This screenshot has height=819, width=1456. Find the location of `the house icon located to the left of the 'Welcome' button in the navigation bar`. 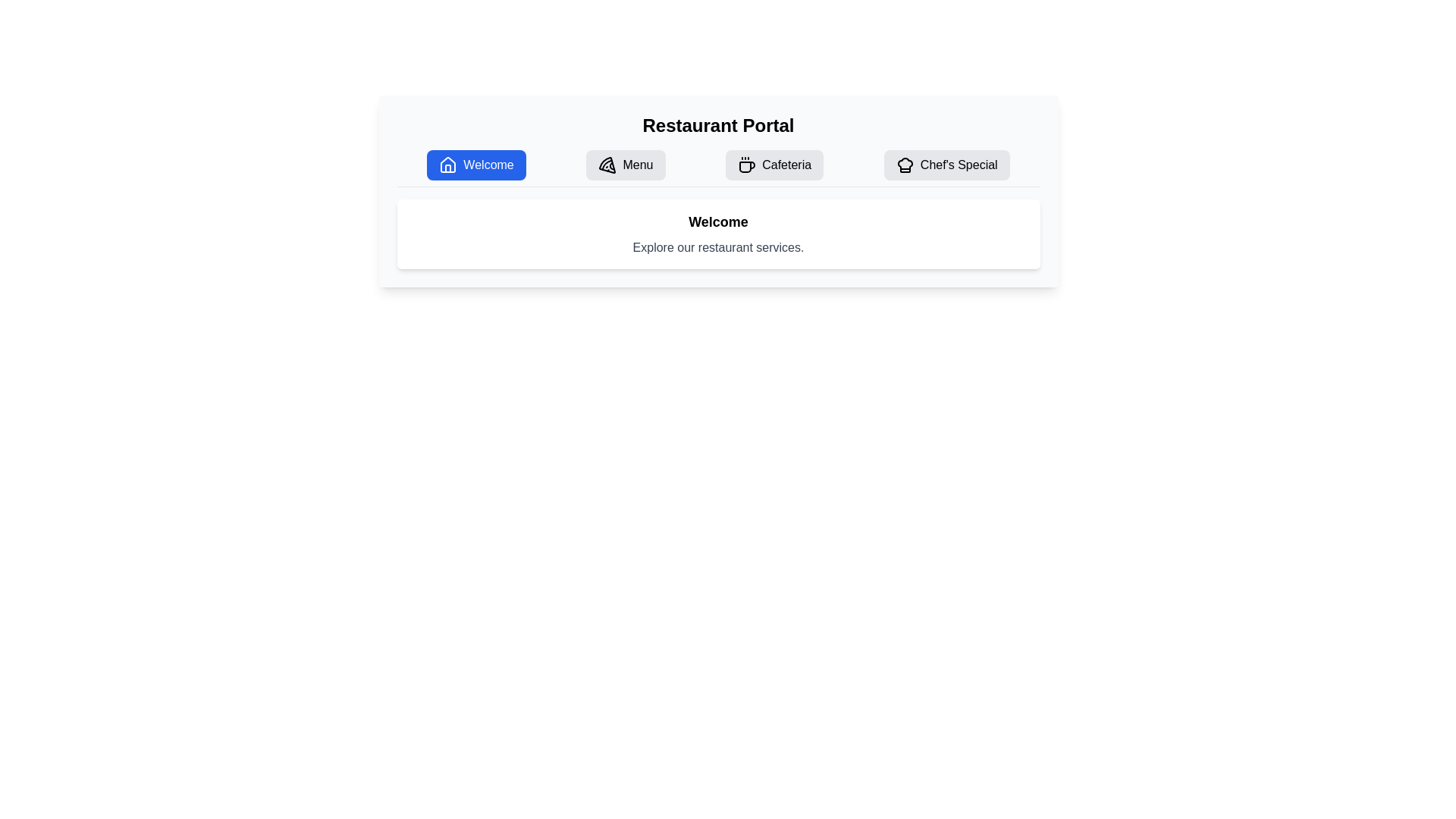

the house icon located to the left of the 'Welcome' button in the navigation bar is located at coordinates (447, 165).